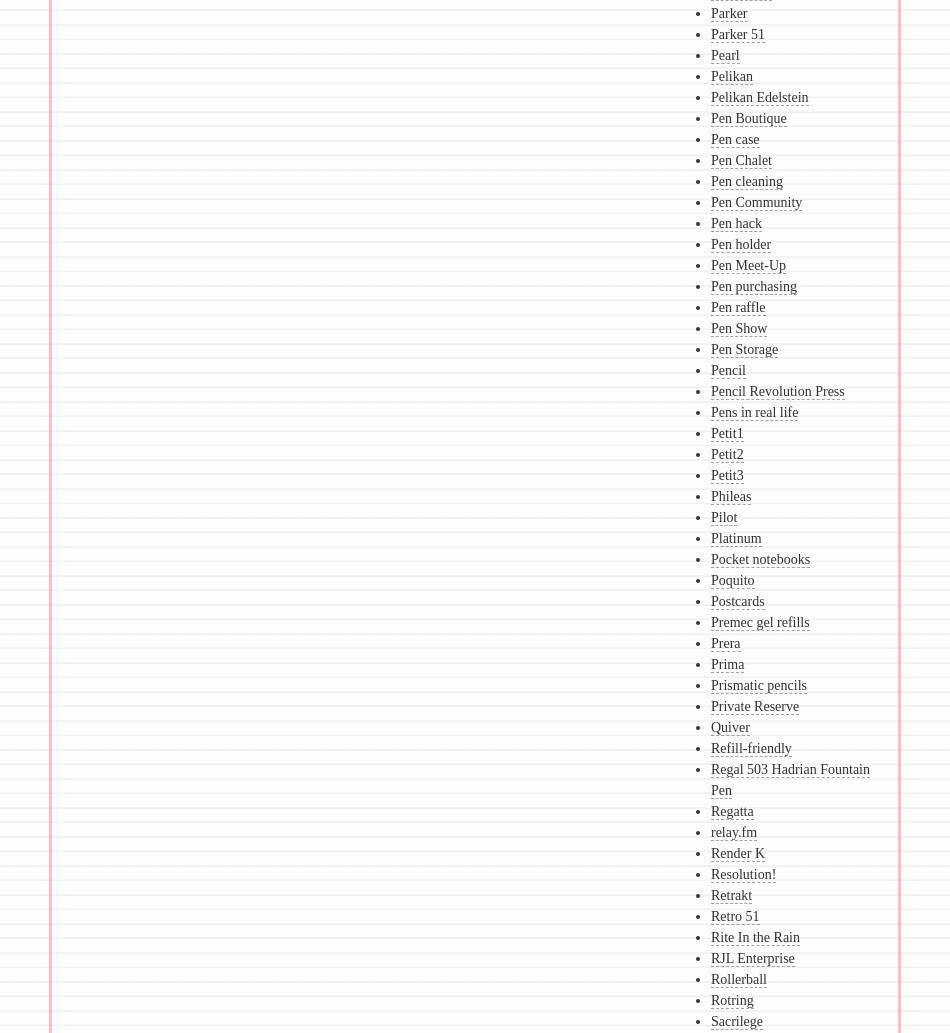  I want to click on 'Resolution!', so click(710, 873).